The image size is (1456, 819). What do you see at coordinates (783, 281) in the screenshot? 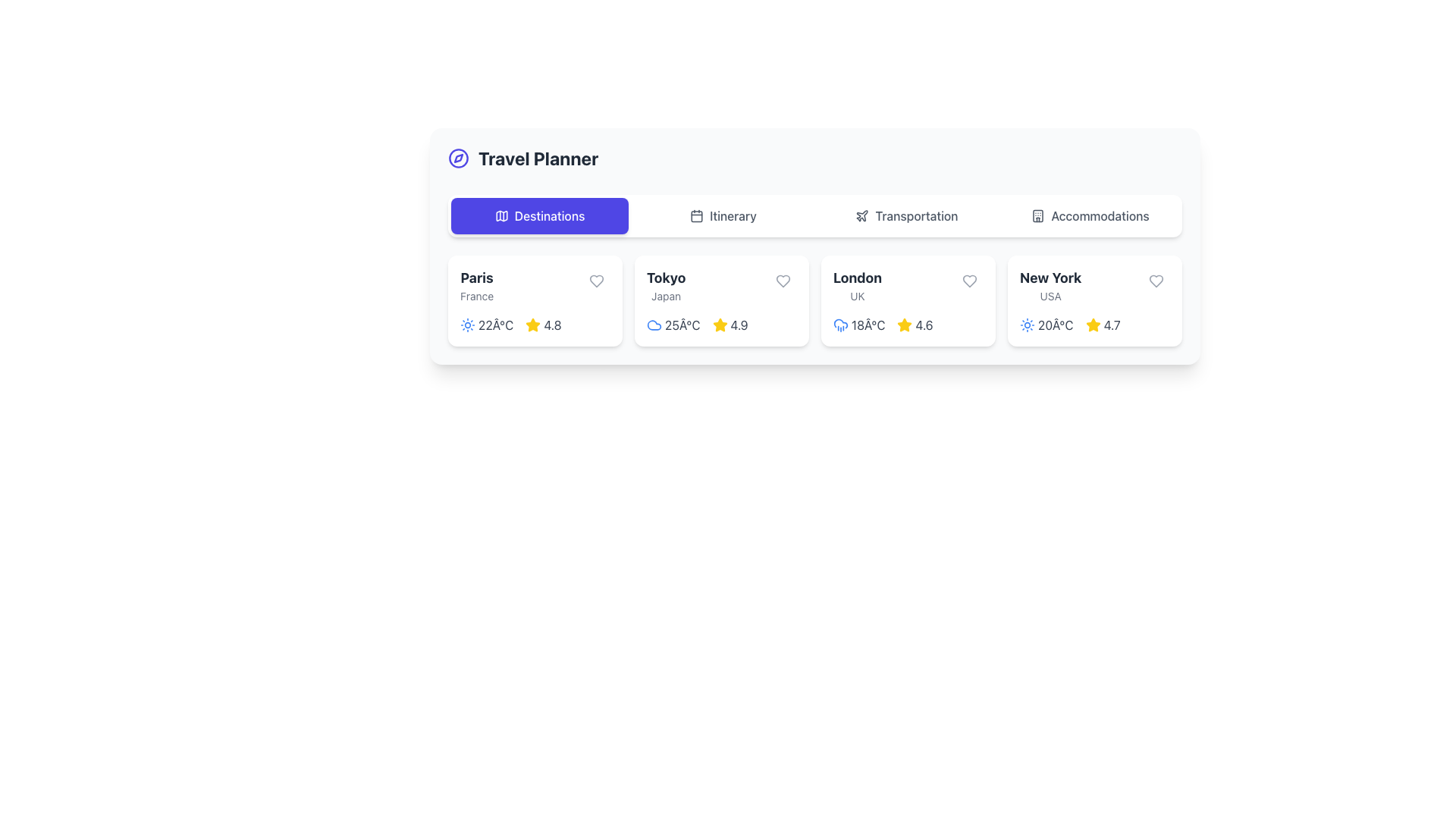
I see `the heart-shaped icon located in the bottom-right corner of the 'Tokyo, Japan' card` at bounding box center [783, 281].